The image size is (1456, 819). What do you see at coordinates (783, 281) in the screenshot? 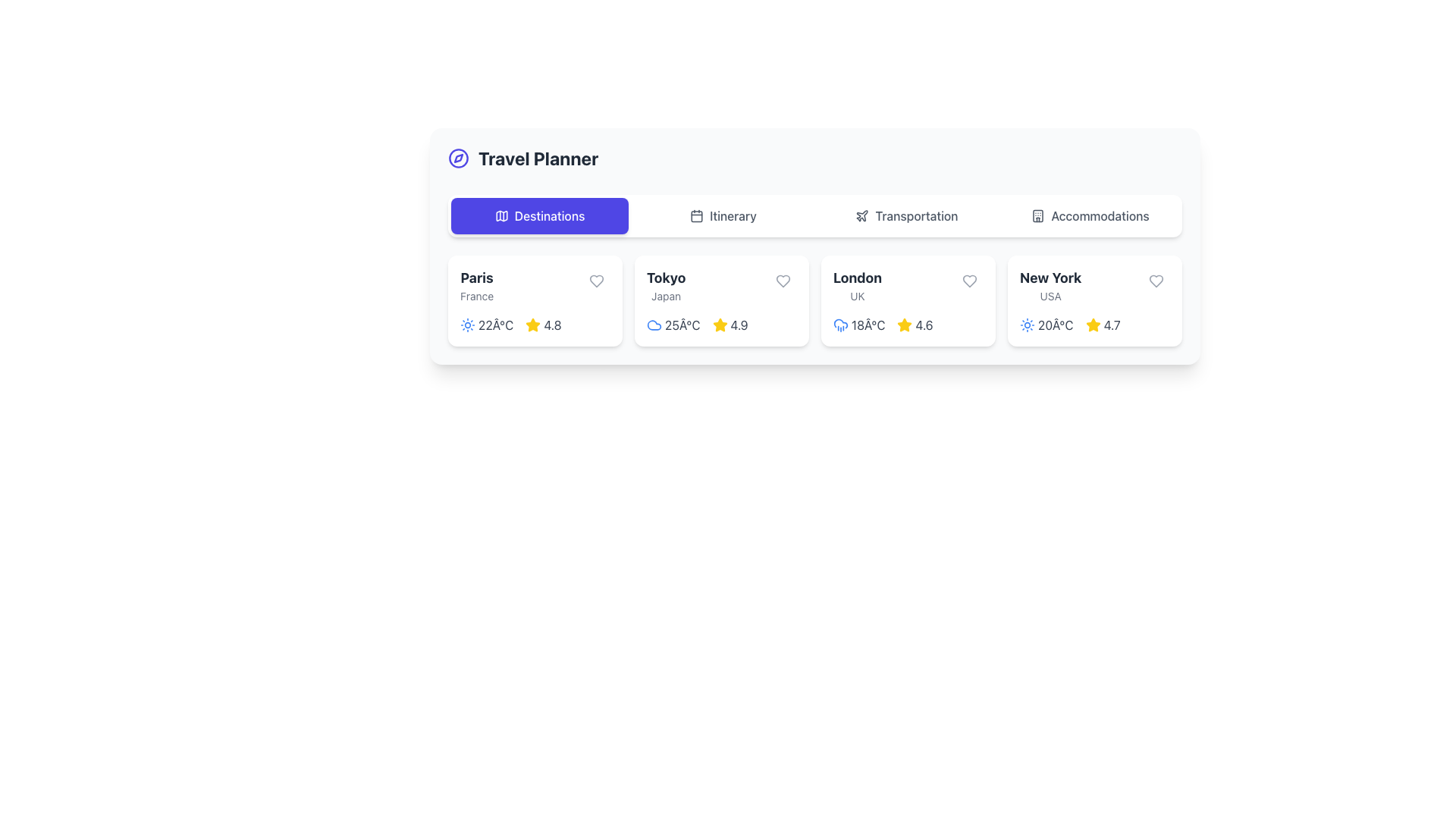
I see `the heart-shaped icon located in the bottom-right corner of the 'Tokyo, Japan' card` at bounding box center [783, 281].